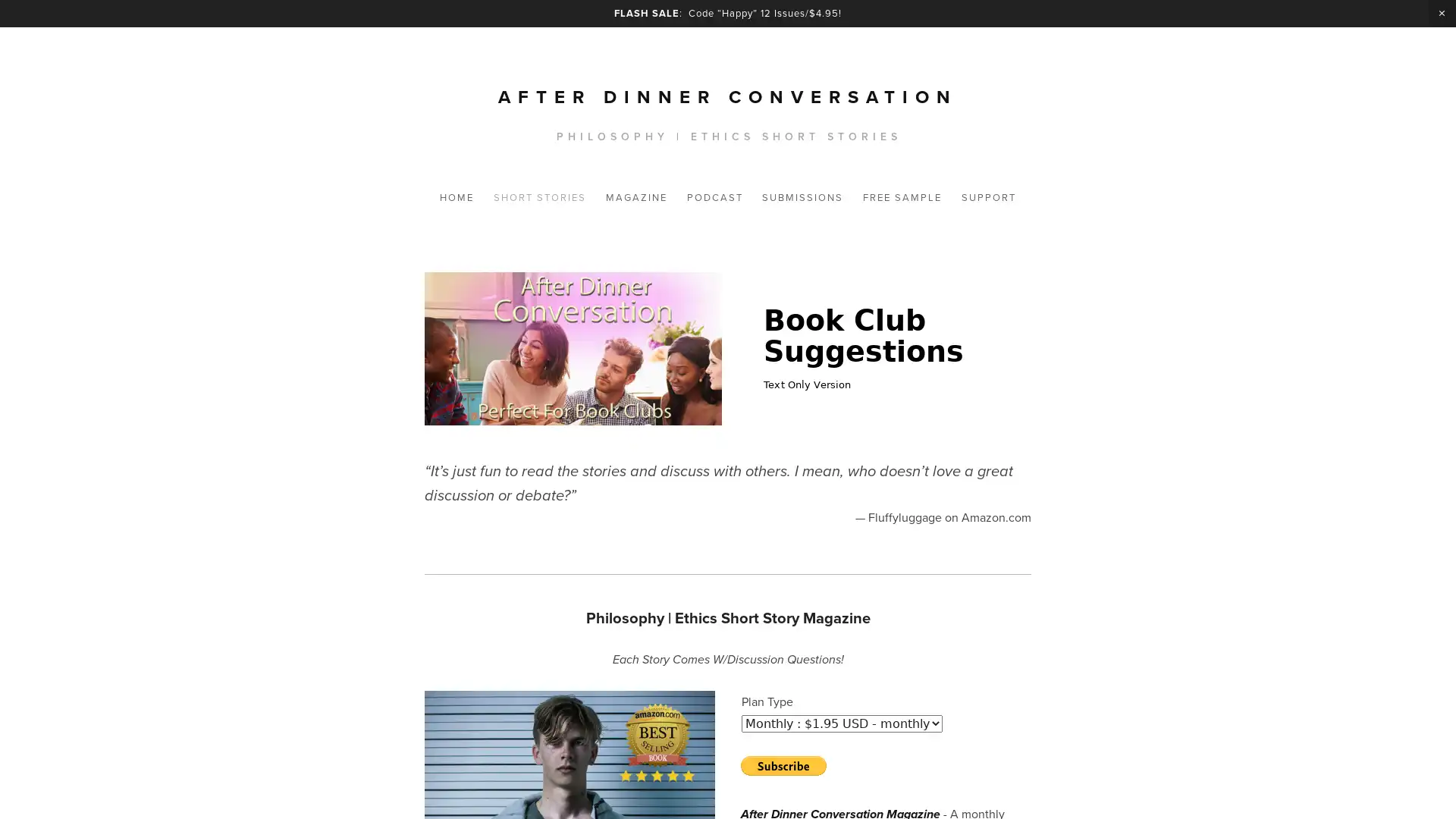  I want to click on PayPal - The safer, easier way to pay online!, so click(783, 766).